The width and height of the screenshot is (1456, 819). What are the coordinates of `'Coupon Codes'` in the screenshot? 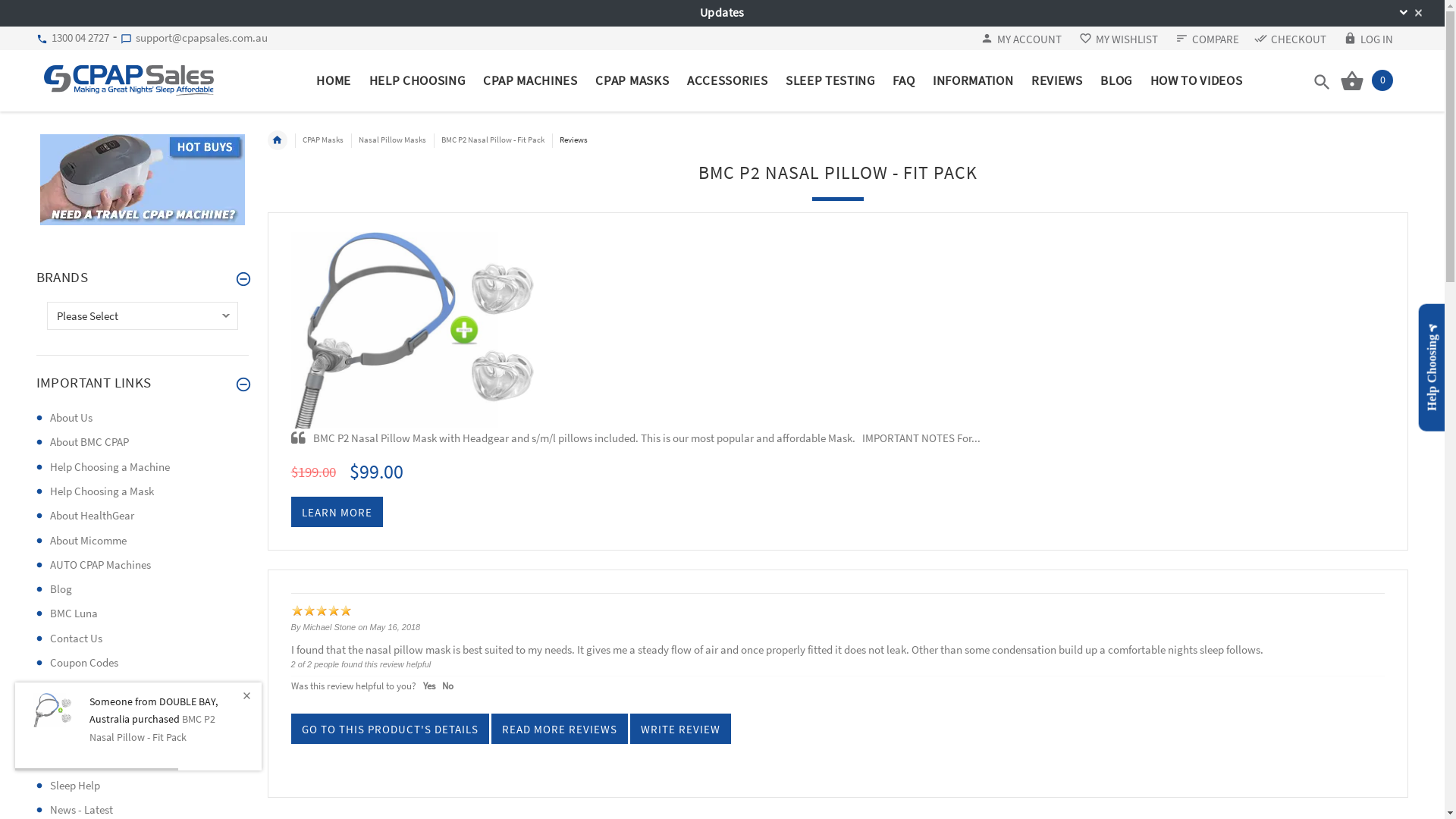 It's located at (50, 661).